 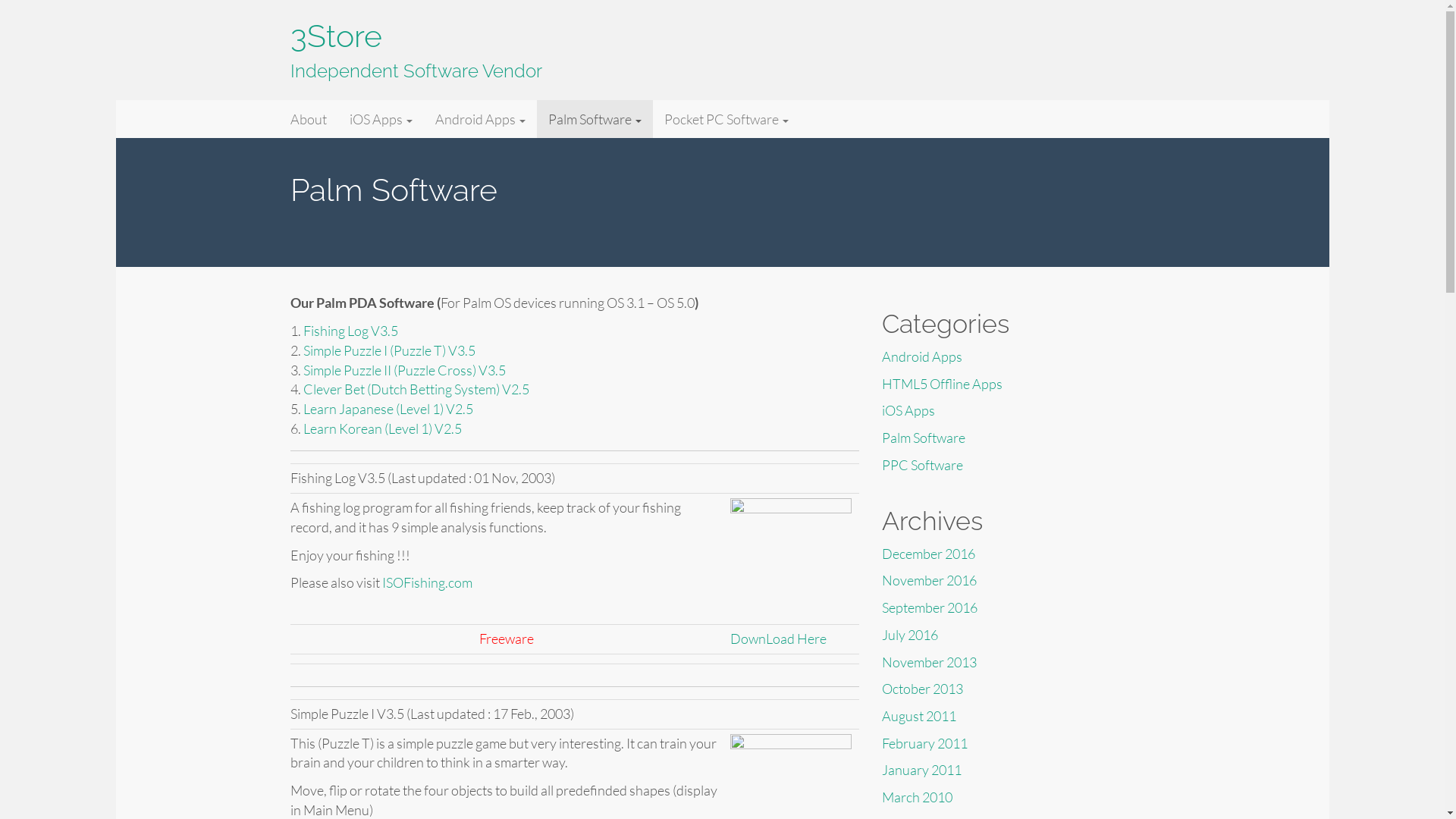 I want to click on 'iOS Apps', so click(x=381, y=118).